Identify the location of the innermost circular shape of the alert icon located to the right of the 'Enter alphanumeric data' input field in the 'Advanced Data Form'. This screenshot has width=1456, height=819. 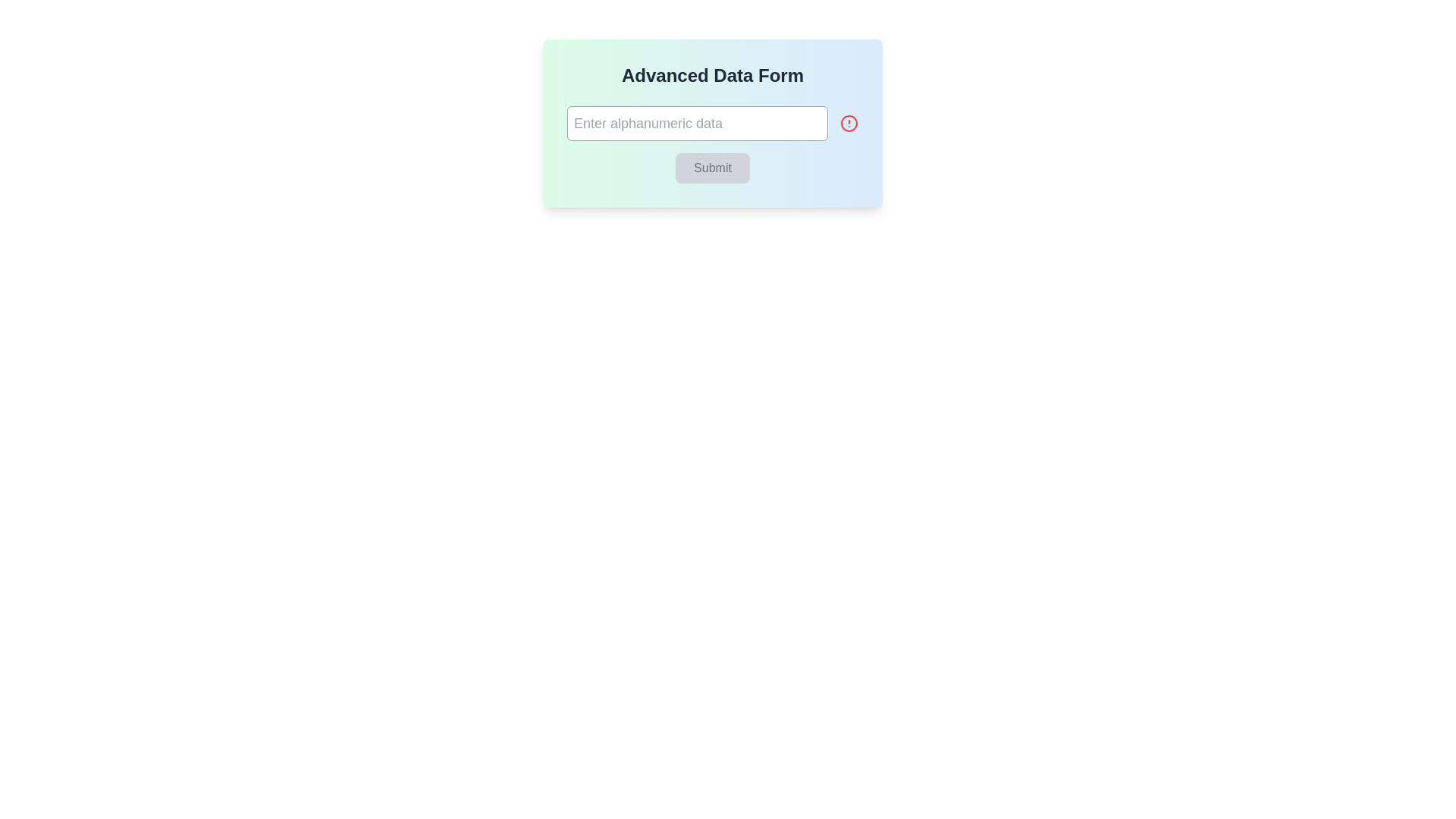
(848, 122).